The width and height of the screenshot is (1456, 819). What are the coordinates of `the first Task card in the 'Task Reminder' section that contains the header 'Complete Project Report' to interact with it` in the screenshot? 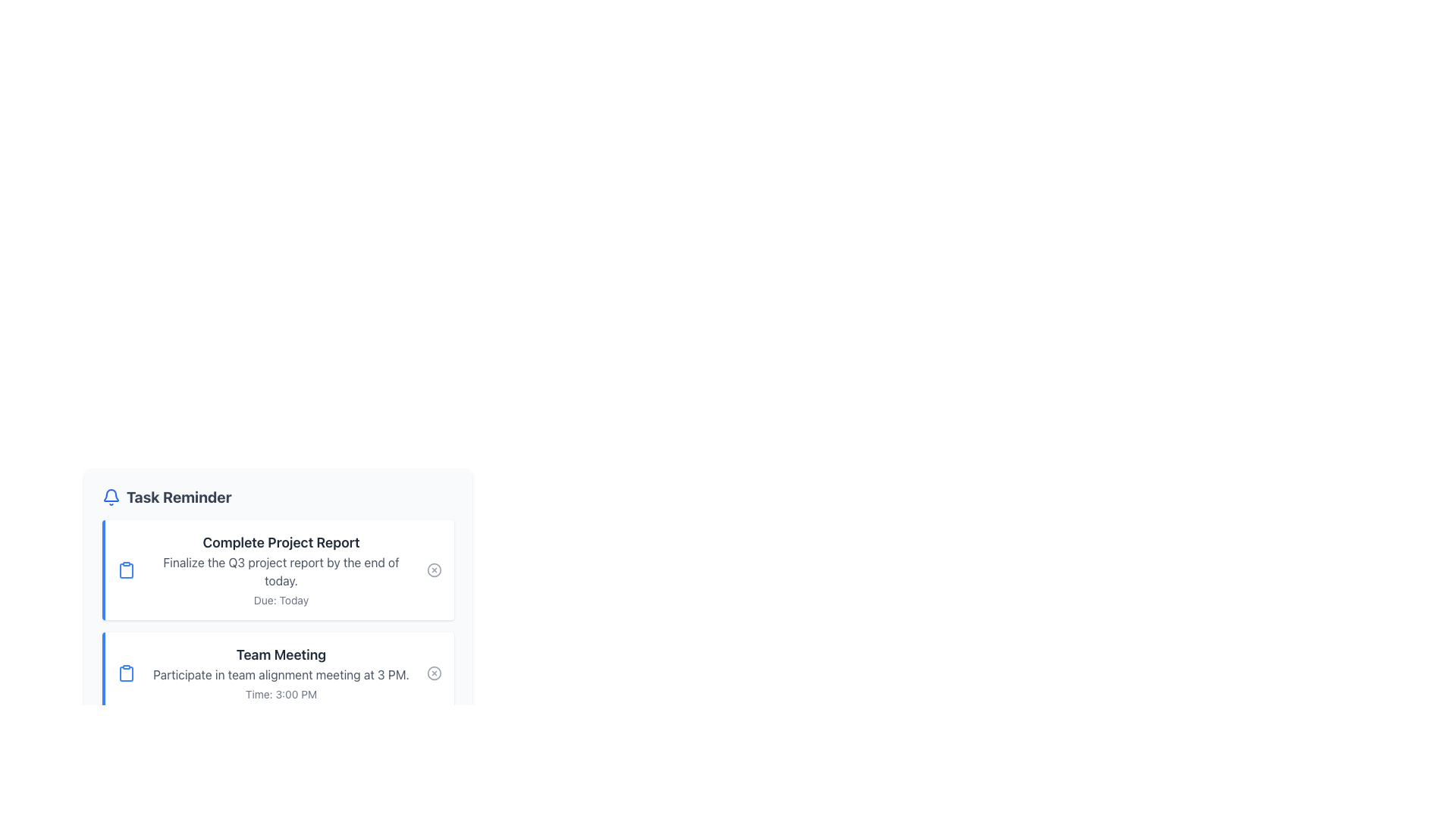 It's located at (280, 570).